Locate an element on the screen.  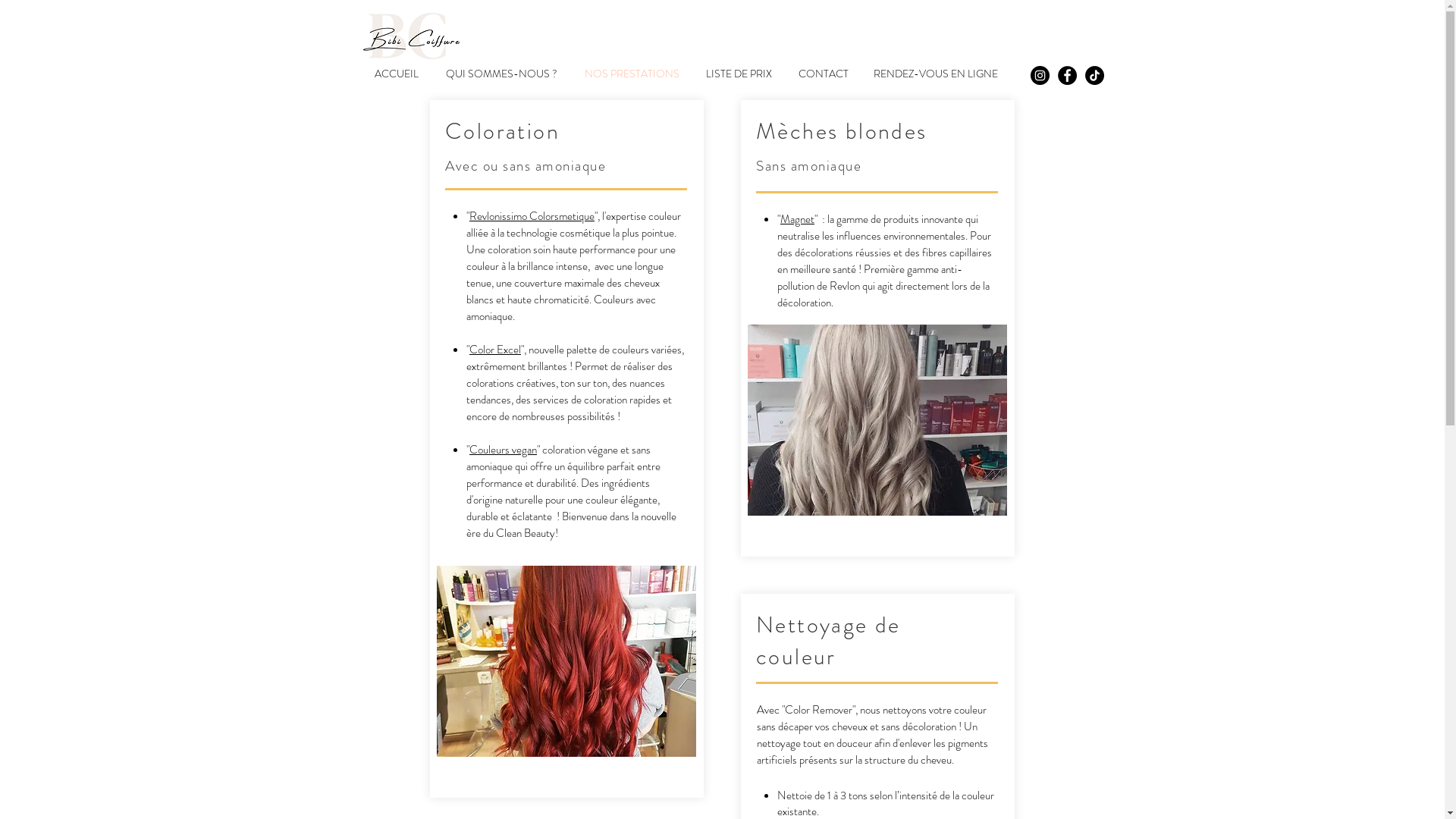
'QUI SOMMES-NOUS ?' is located at coordinates (503, 74).